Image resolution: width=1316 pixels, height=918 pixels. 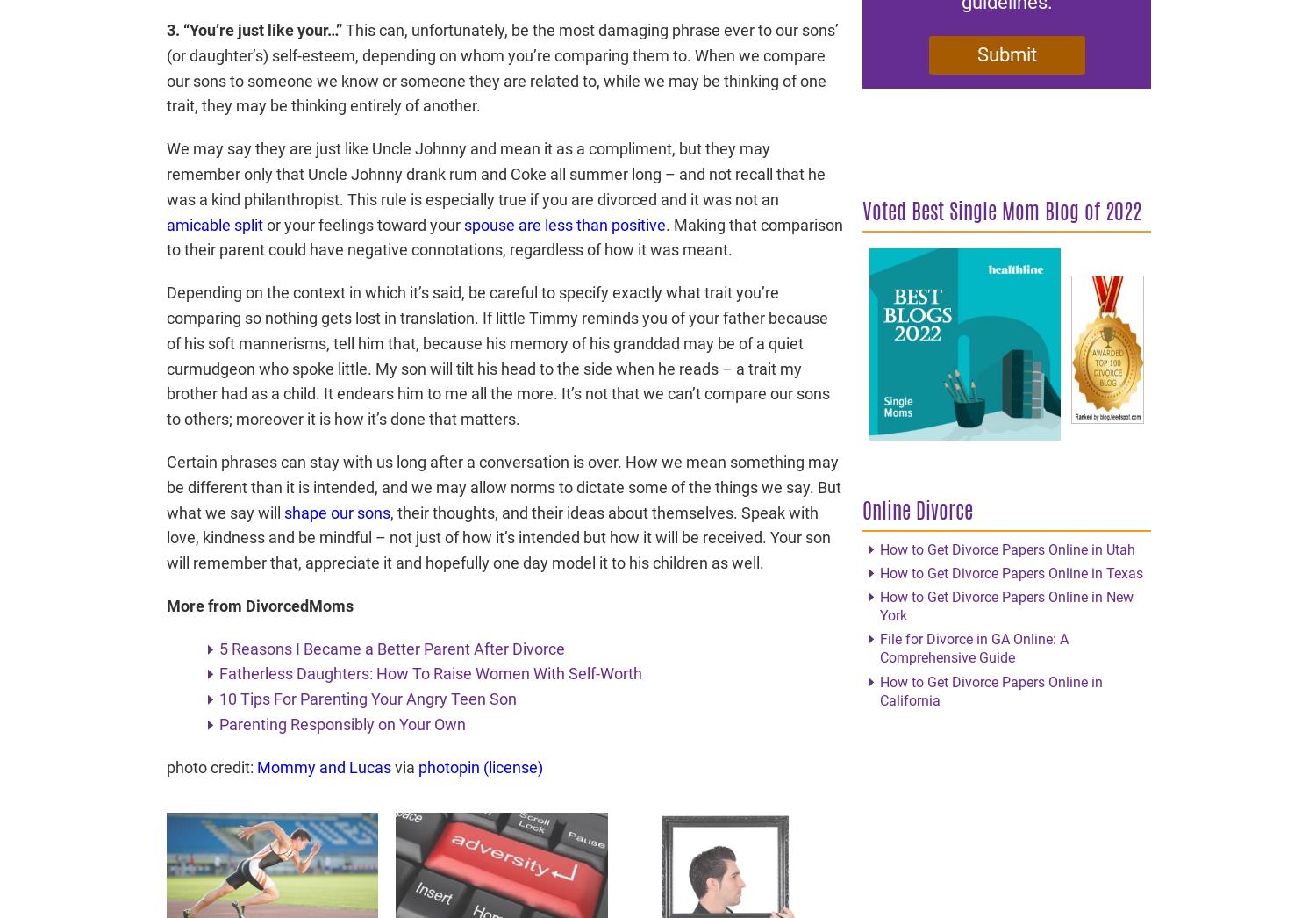 What do you see at coordinates (973, 647) in the screenshot?
I see `'File for Divorce in GA Online: A Comprehensive Guide'` at bounding box center [973, 647].